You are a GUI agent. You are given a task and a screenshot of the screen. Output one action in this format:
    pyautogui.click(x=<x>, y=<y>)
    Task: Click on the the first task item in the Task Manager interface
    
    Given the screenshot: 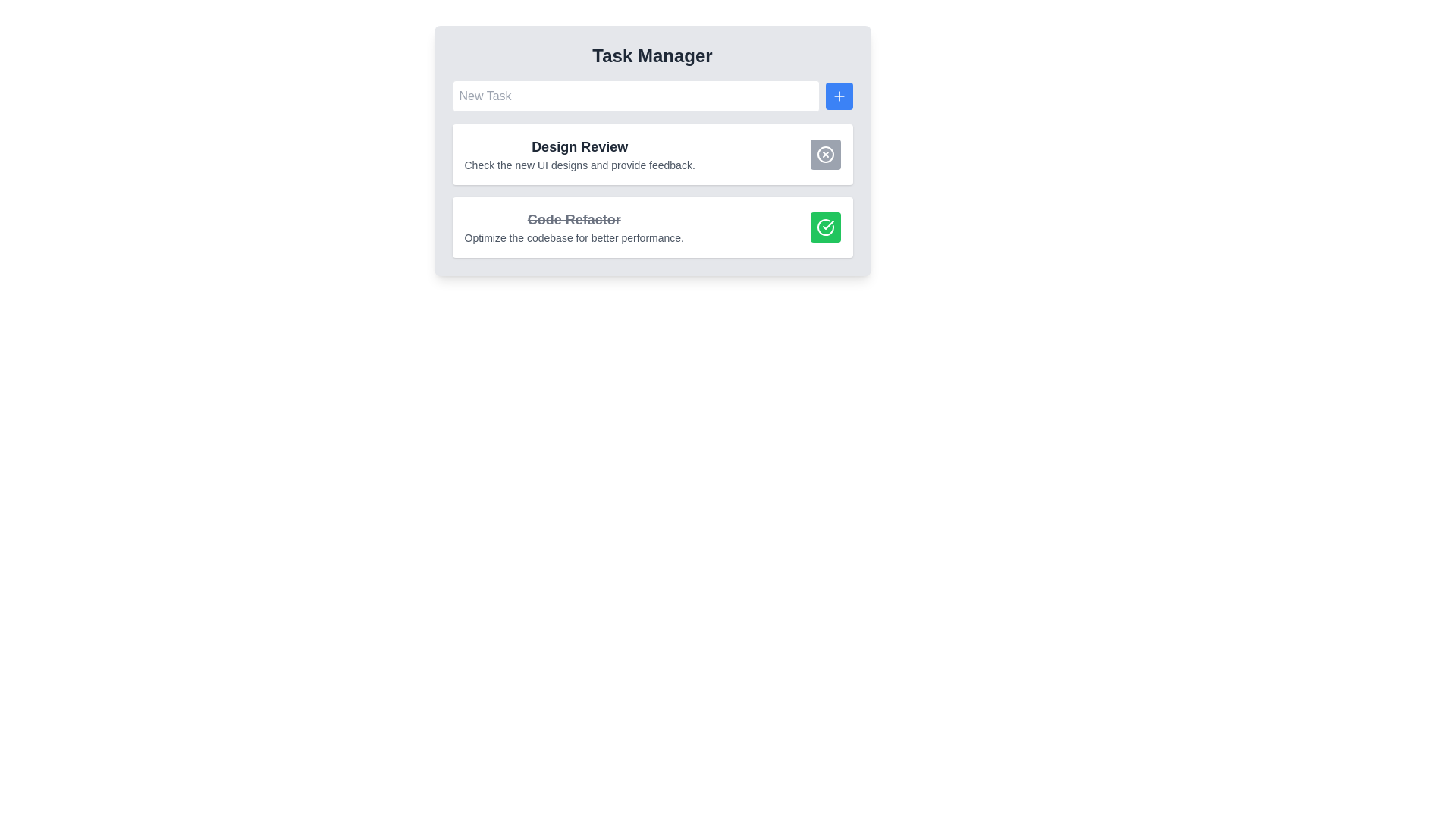 What is the action you would take?
    pyautogui.click(x=652, y=155)
    